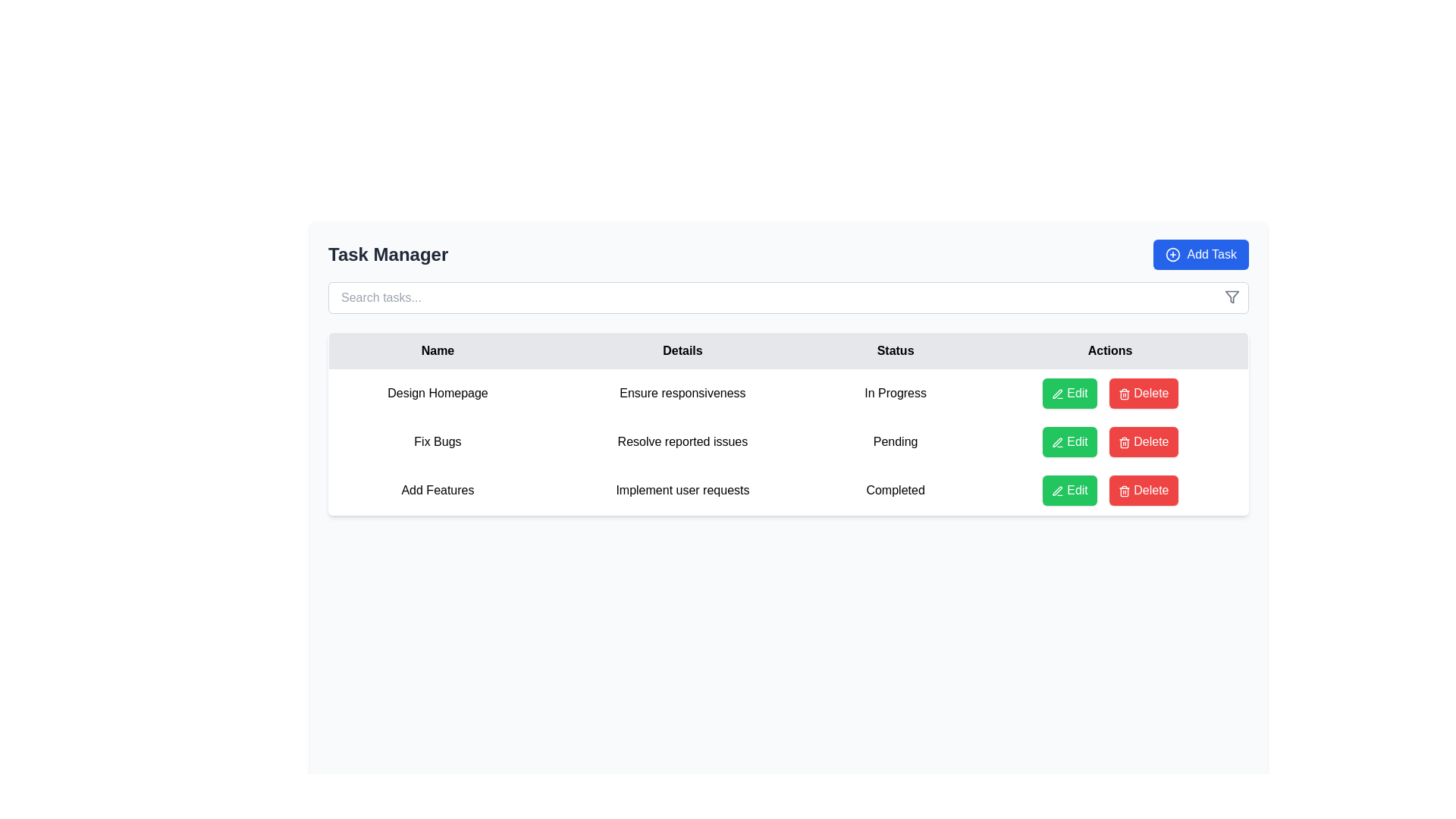  I want to click on the edit icon located within the 'Edit' button in the second row of the table under the 'Actions' column, so click(1056, 442).